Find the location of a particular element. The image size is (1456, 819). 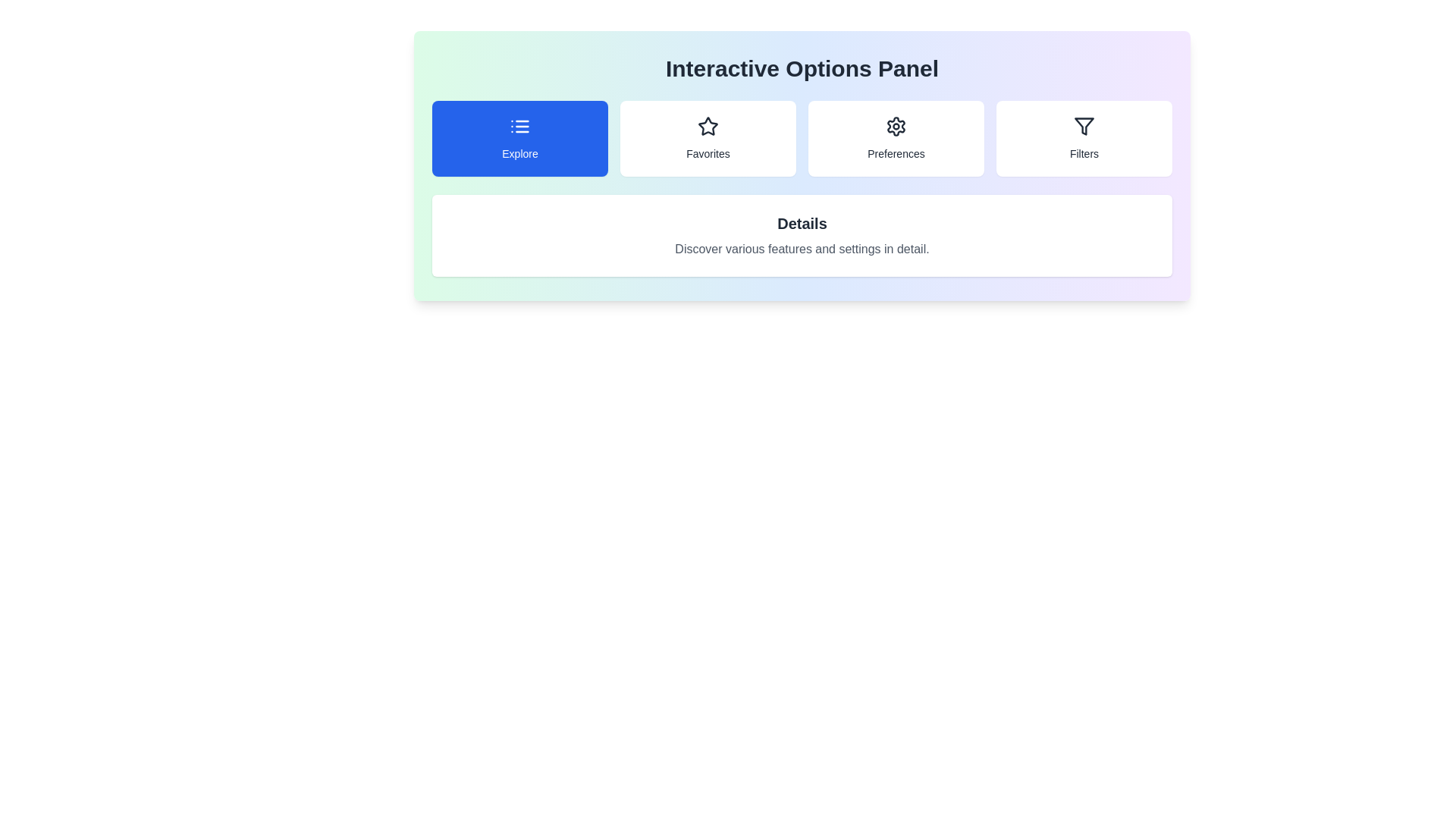

the third SVG icon in the top-center region of the interface, which is positioned between the star icon and the funnel icon is located at coordinates (896, 125).